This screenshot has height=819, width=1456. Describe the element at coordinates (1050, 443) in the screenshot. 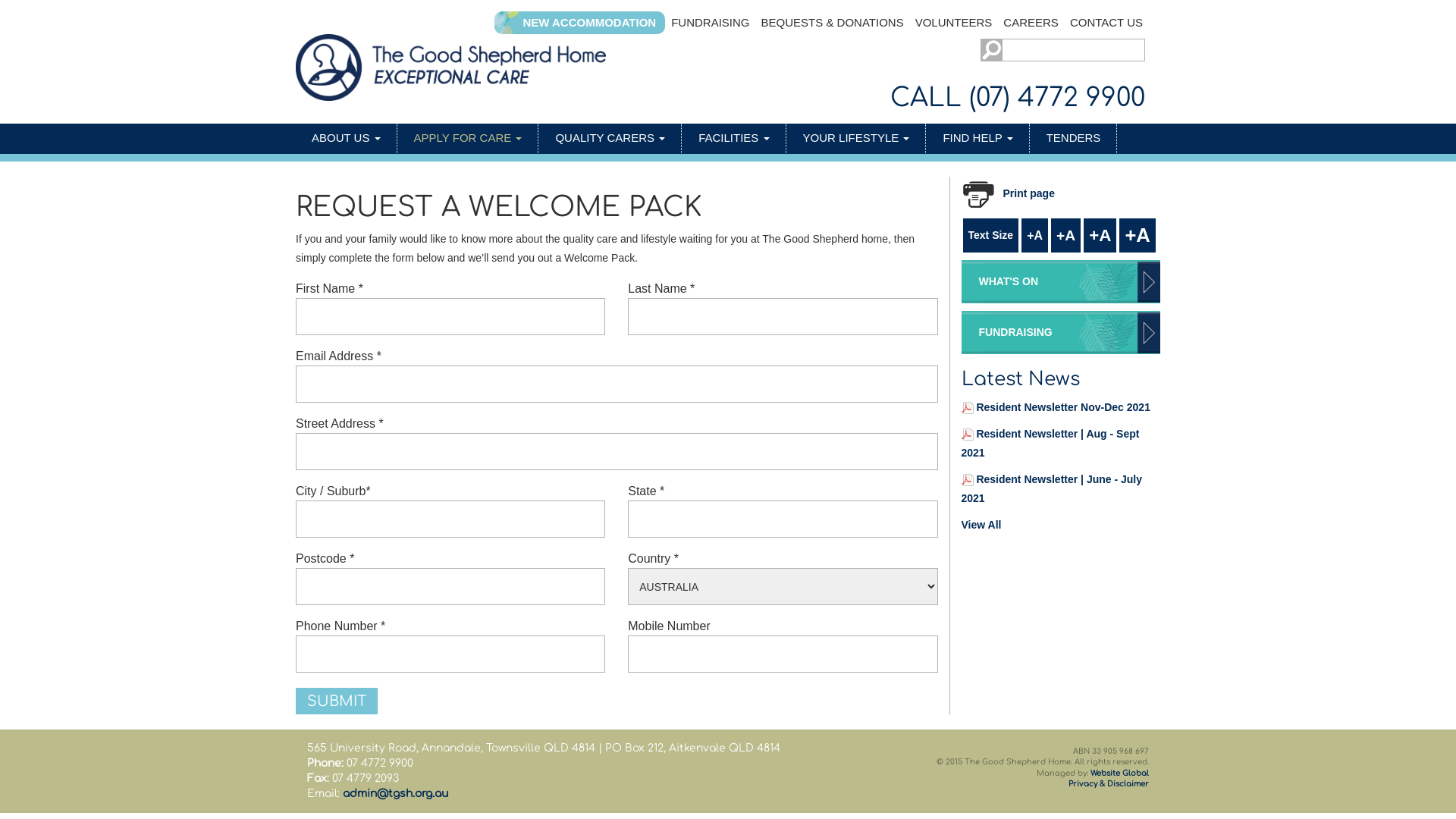

I see `'Resident Newsletter | Aug - Sept 2021'` at that location.